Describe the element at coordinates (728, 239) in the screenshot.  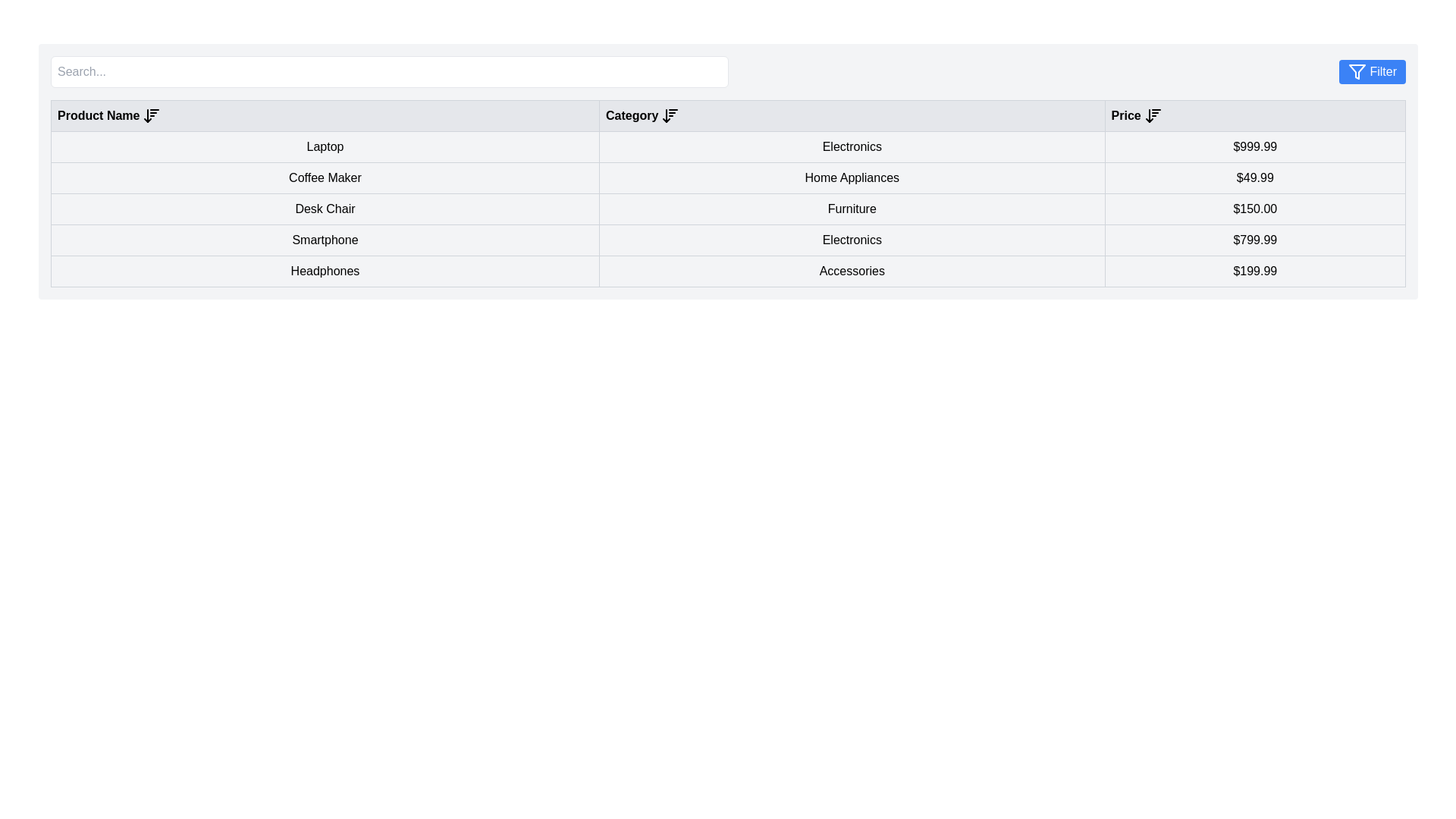
I see `the fourth row of the table displaying the product 'Smartphone' with category 'Electronics' and price '$799.99'` at that location.